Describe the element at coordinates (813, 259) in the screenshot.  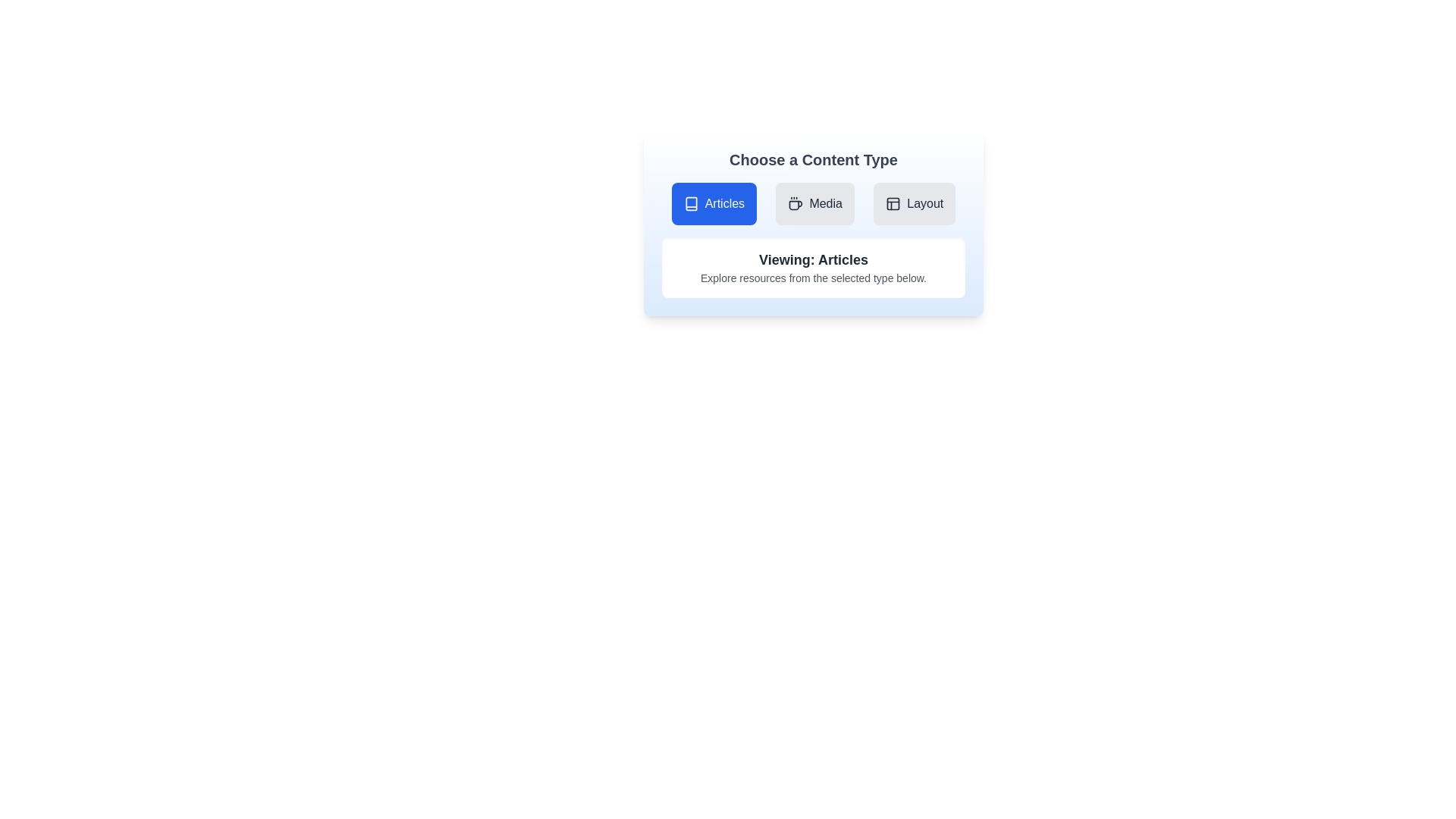
I see `text displayed in the Text label, which is centrally located beneath the button-like elements labeled 'Articles', 'Media', and 'Layout'` at that location.